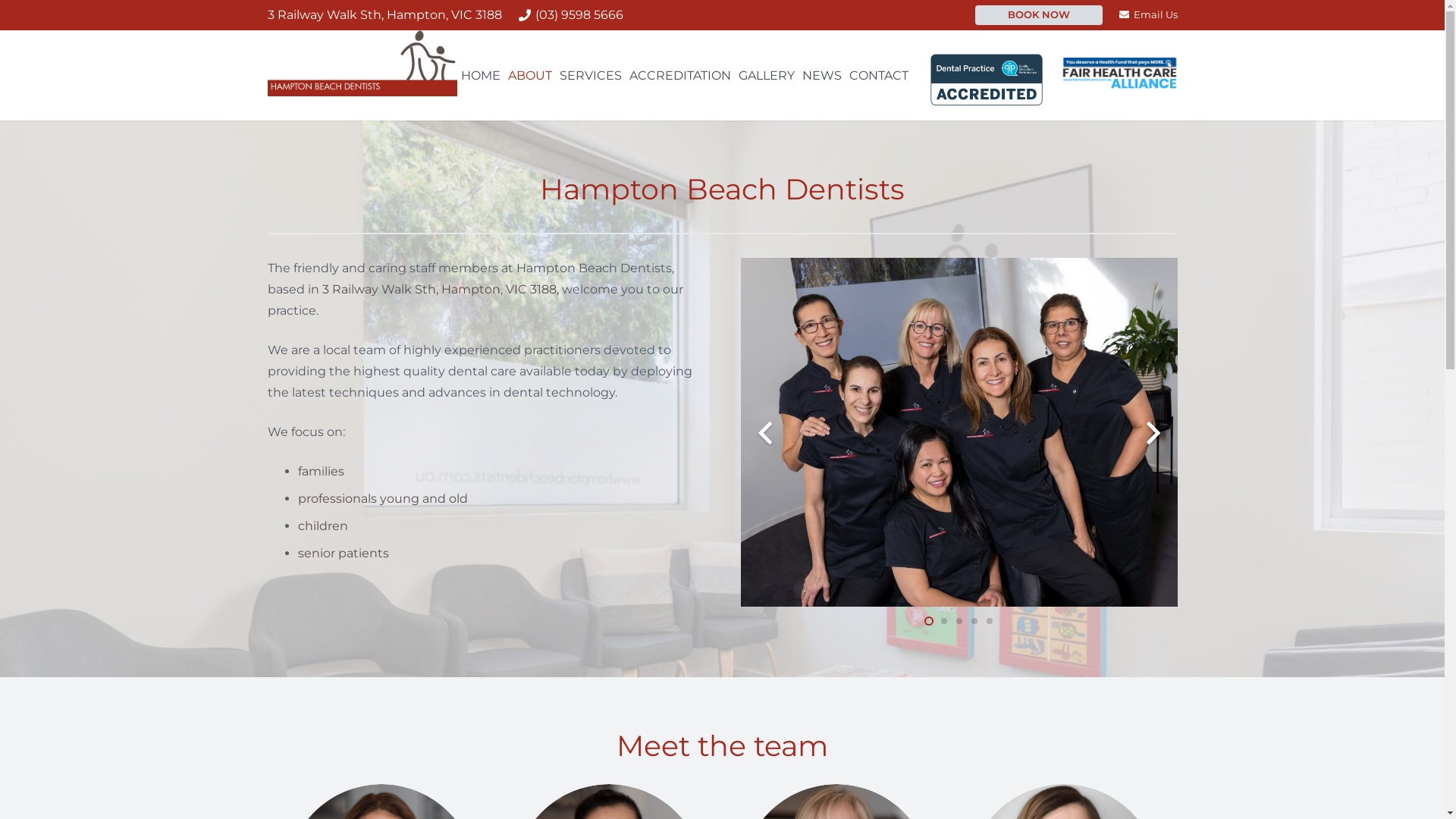 The width and height of the screenshot is (1456, 819). What do you see at coordinates (1147, 14) in the screenshot?
I see `'Email Us'` at bounding box center [1147, 14].